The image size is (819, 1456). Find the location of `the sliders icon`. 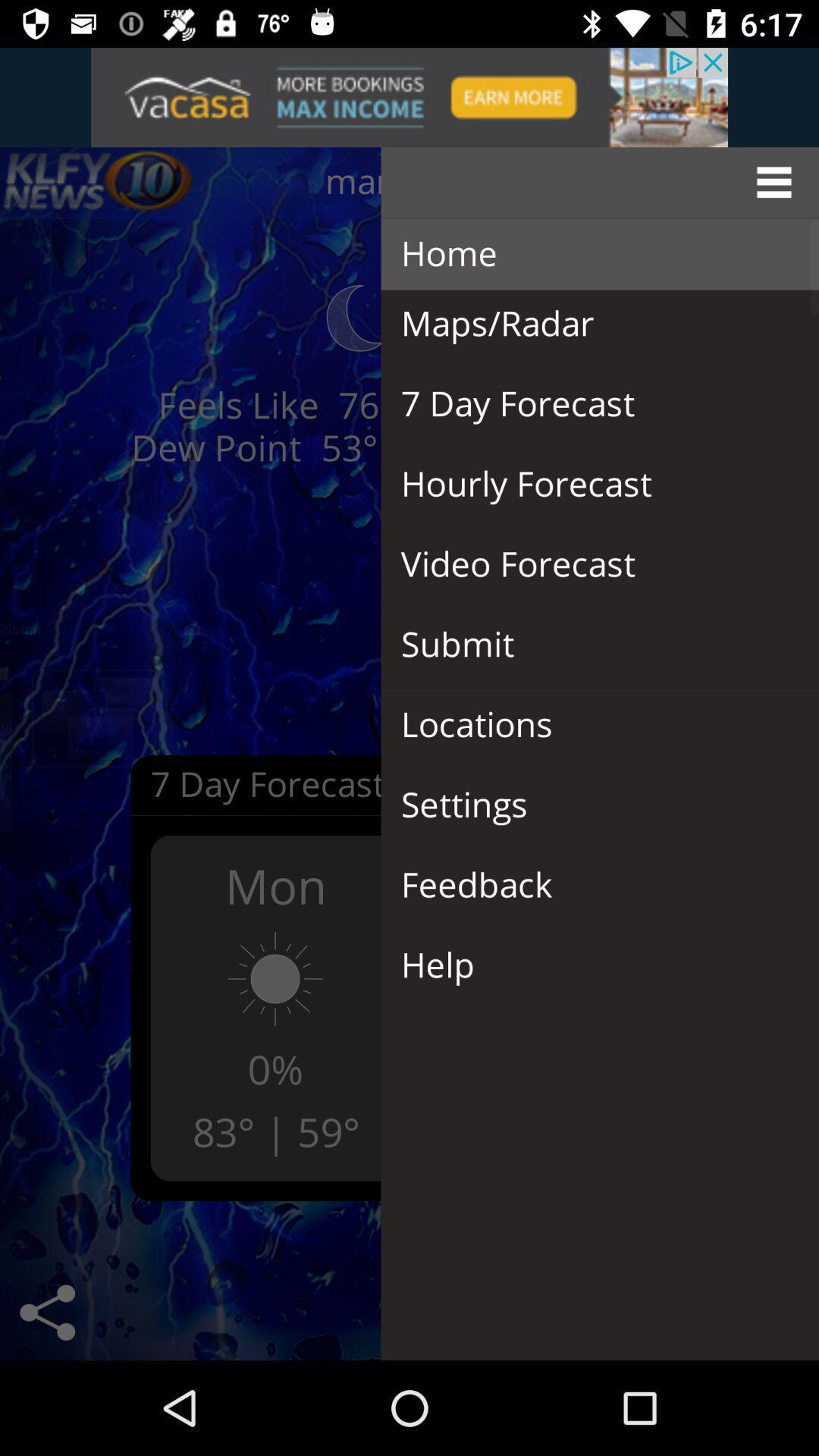

the sliders icon is located at coordinates (99, 182).